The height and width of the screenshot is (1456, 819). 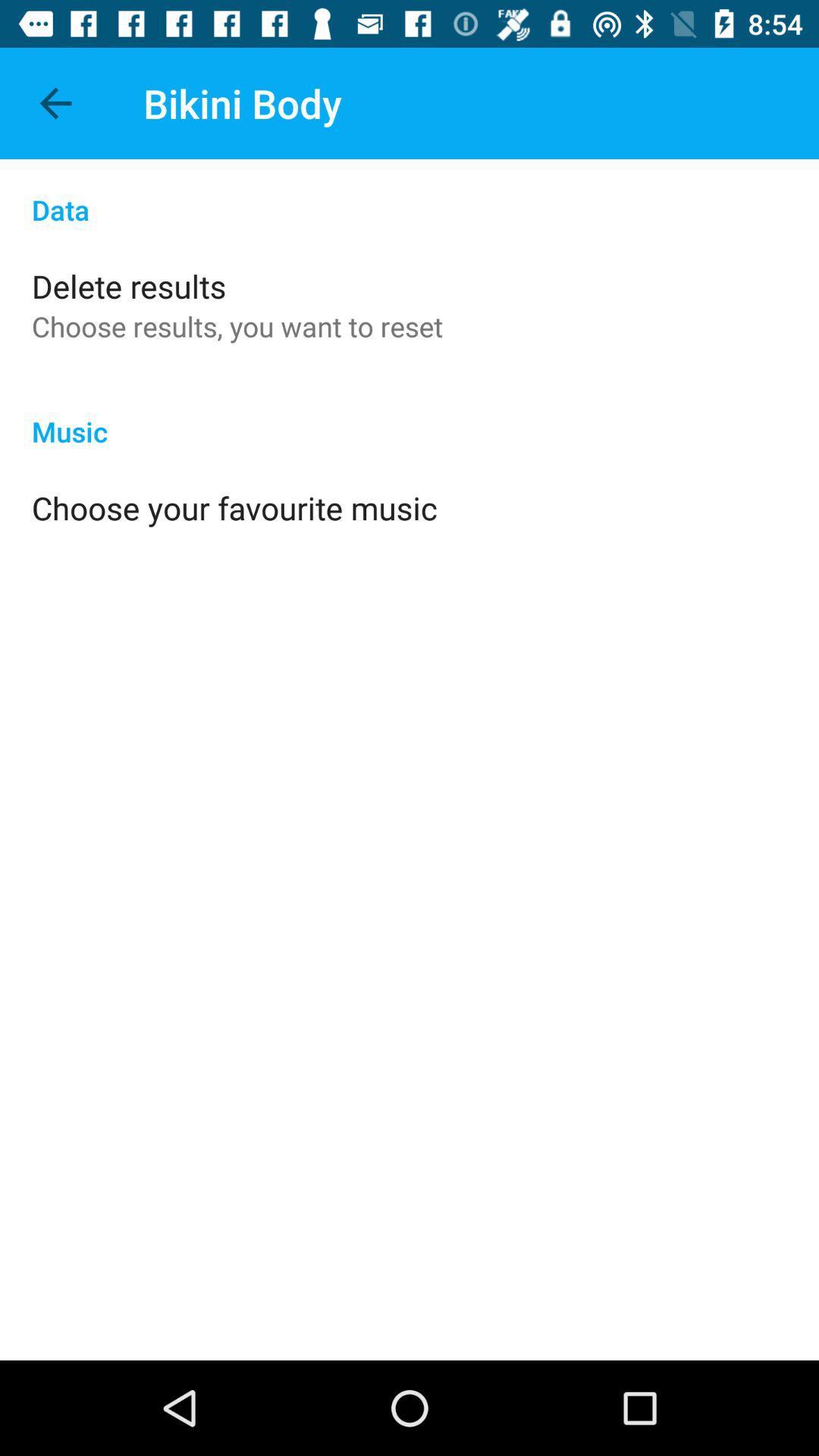 I want to click on the choose results you icon, so click(x=237, y=325).